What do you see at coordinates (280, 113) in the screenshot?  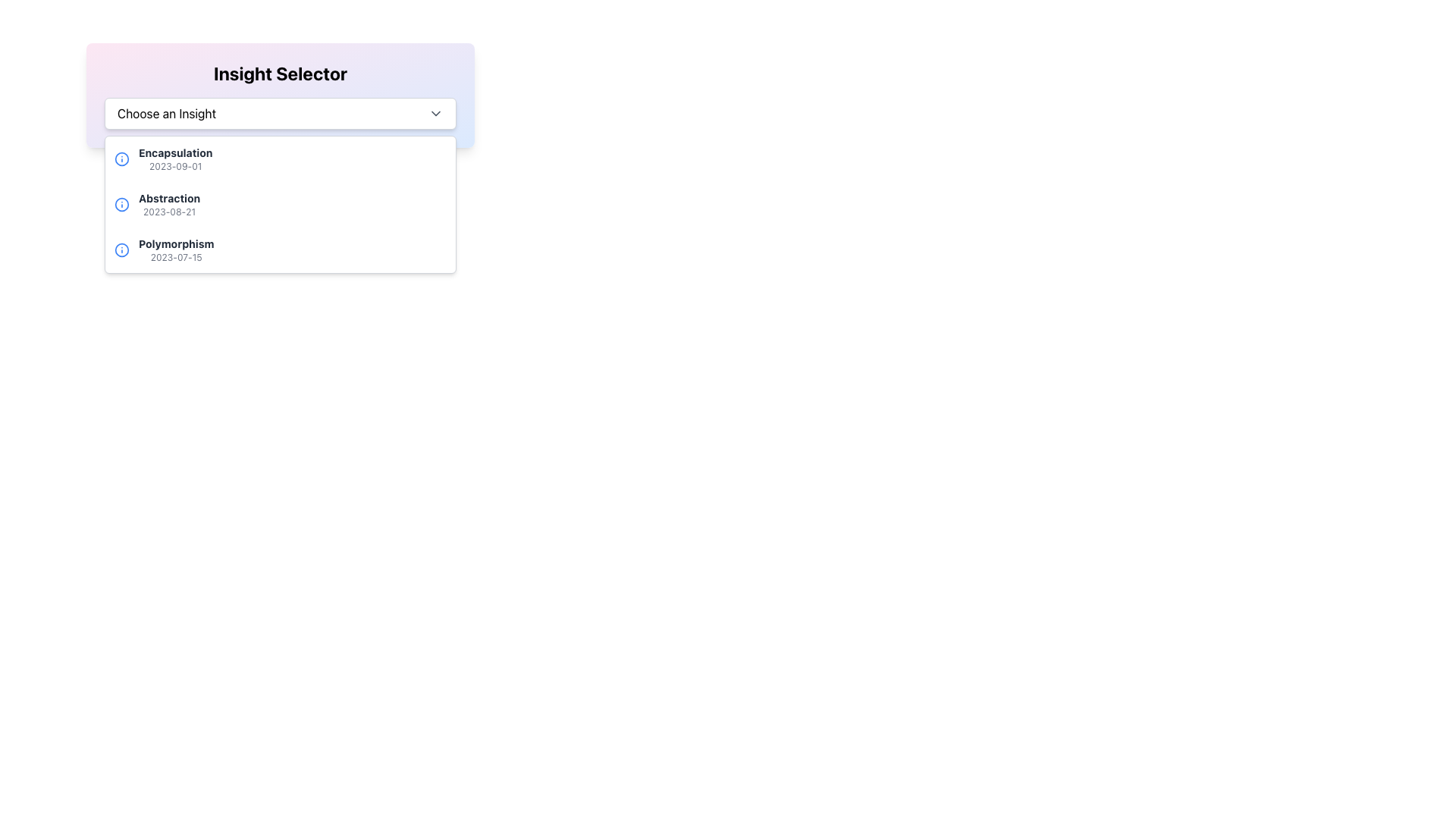 I see `the dropdown menu located below the title 'Insight Selector'` at bounding box center [280, 113].